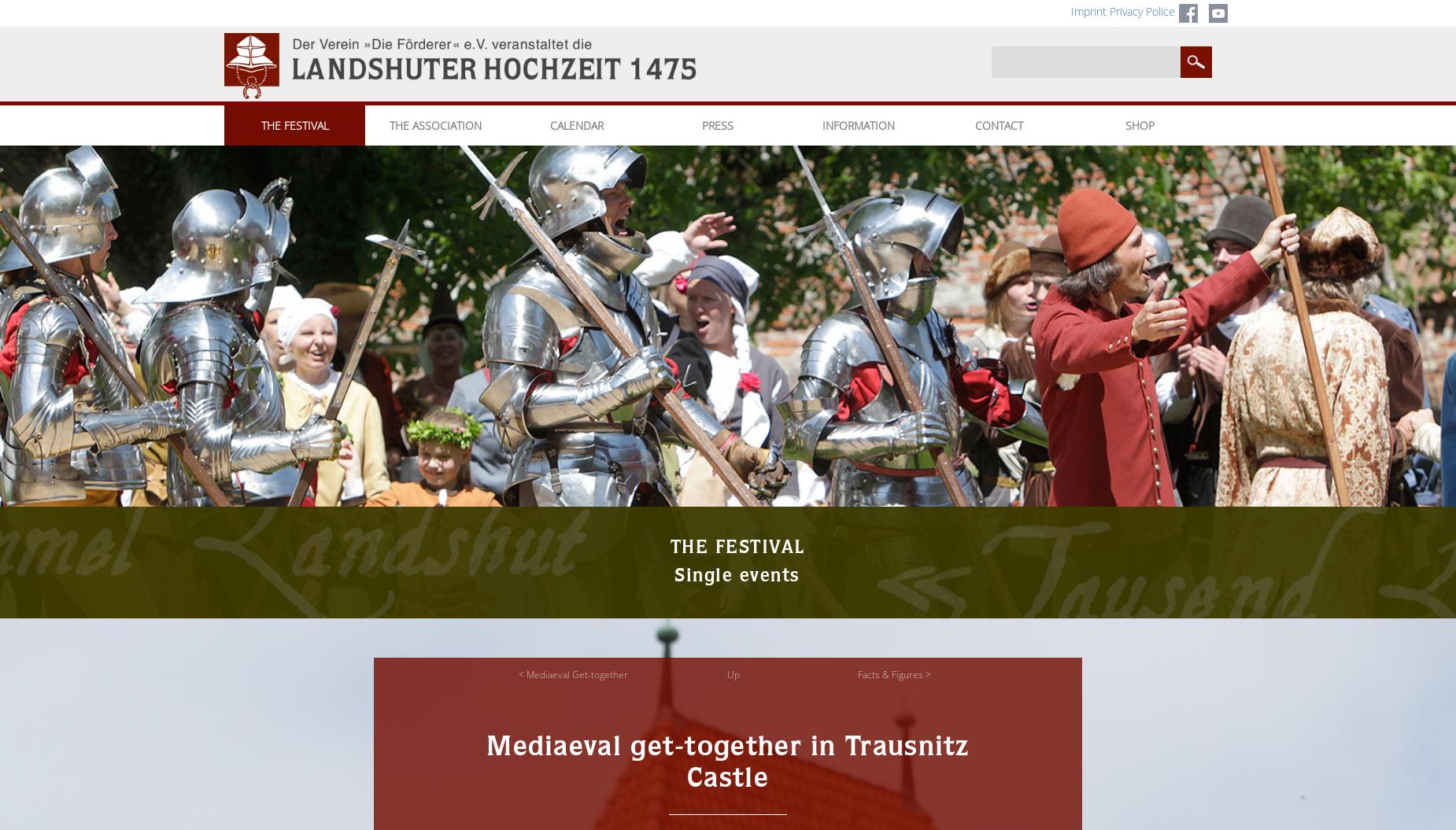  I want to click on 'CALENDAR', so click(549, 125).